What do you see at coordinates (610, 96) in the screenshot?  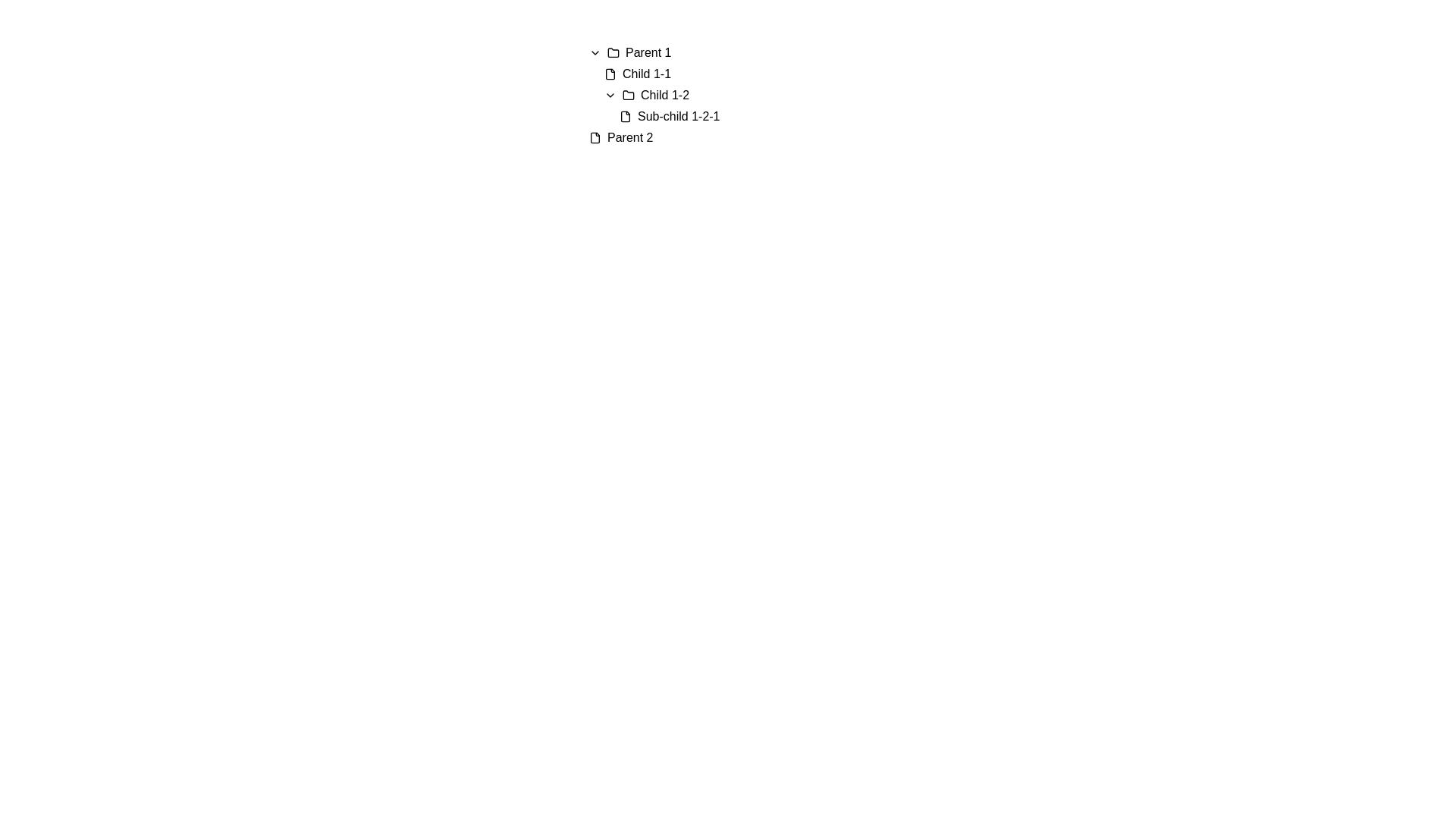 I see `the downward arrow icon button for the collapsible section using keyboard navigation` at bounding box center [610, 96].